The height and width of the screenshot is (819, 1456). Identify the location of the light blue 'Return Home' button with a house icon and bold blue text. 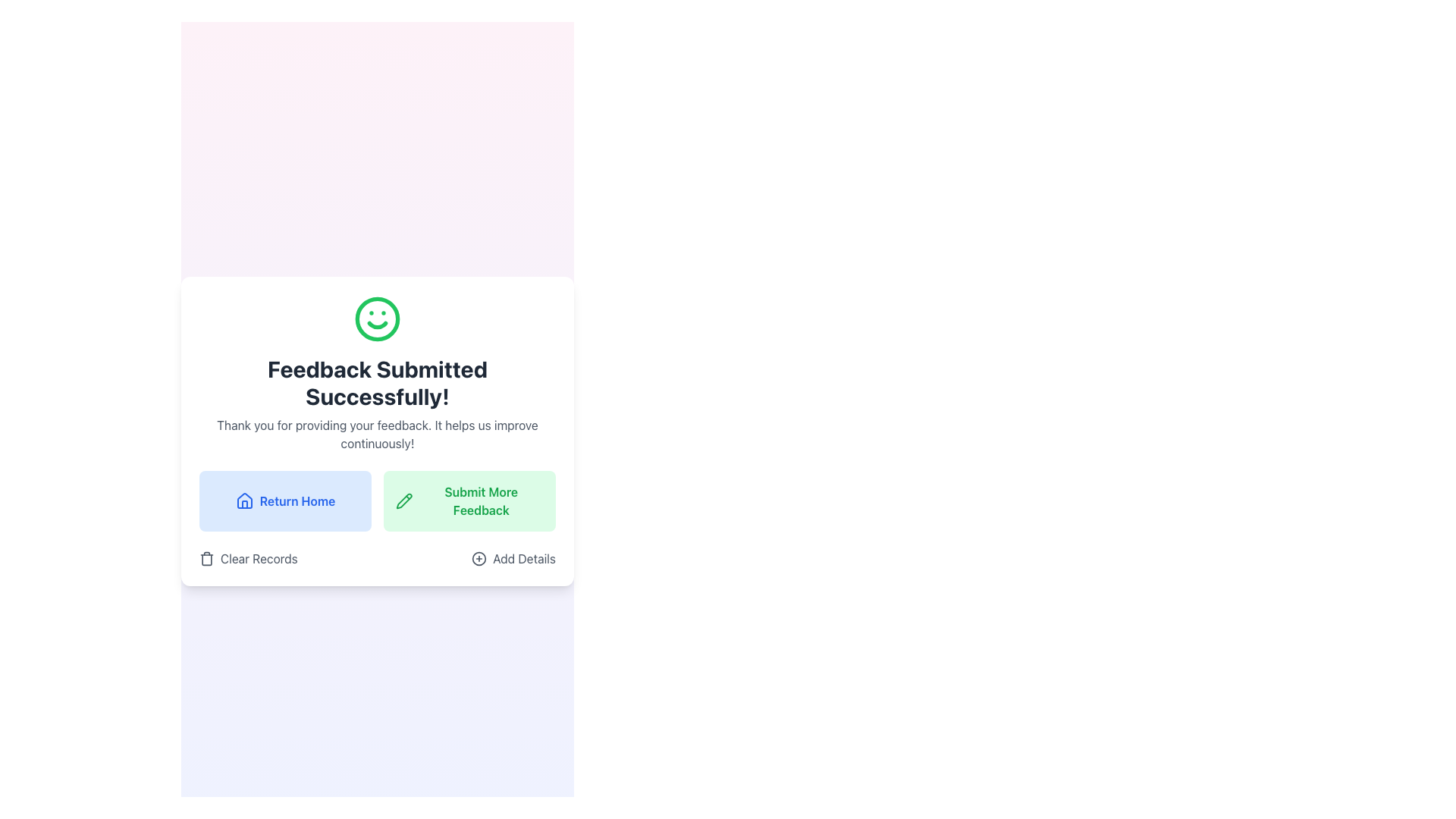
(285, 500).